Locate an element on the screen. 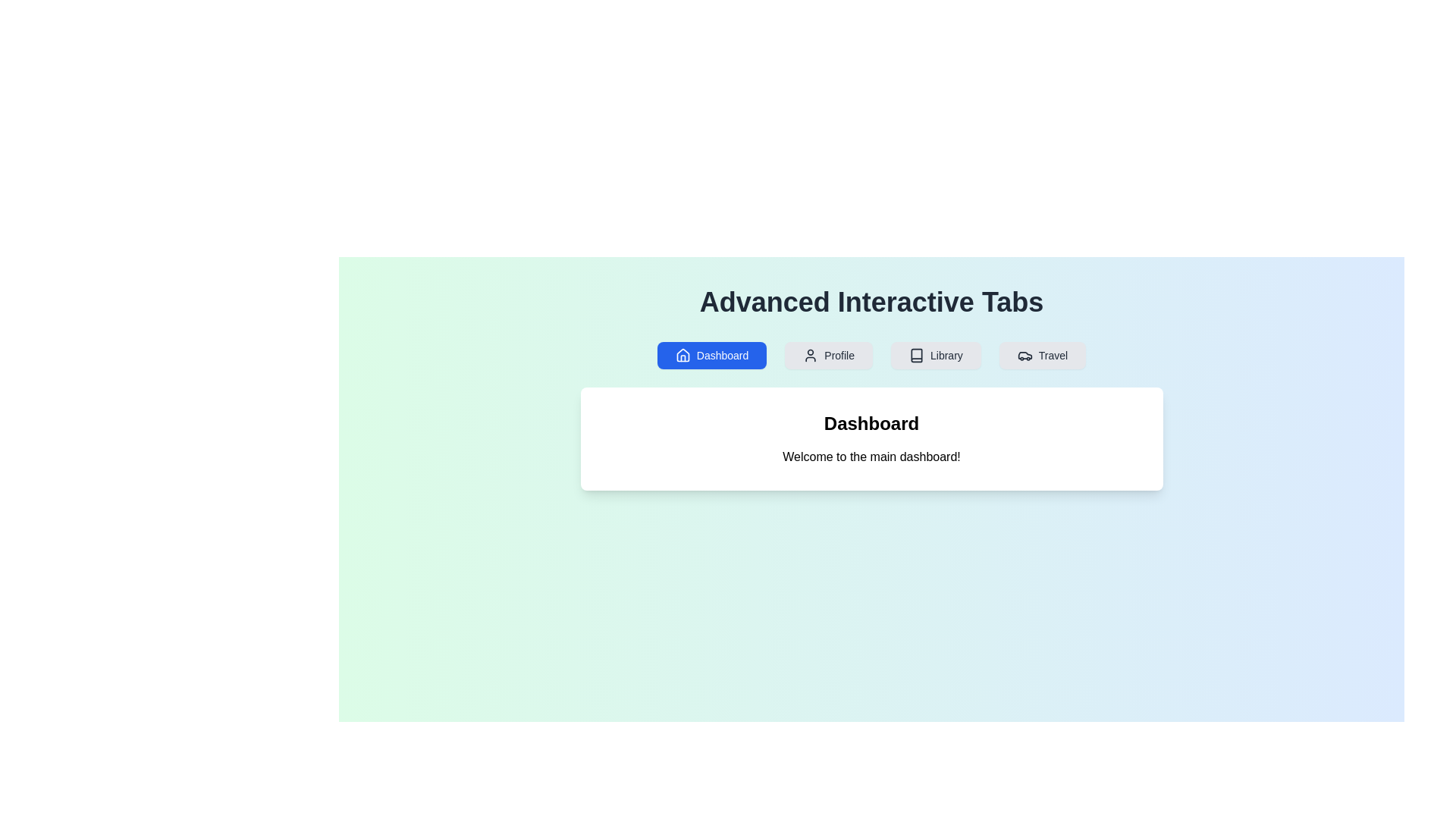 The width and height of the screenshot is (1456, 819). 'Library' text label located in the horizontal navigation bar, positioned between the 'Profile' and 'Travel' tabs is located at coordinates (946, 356).